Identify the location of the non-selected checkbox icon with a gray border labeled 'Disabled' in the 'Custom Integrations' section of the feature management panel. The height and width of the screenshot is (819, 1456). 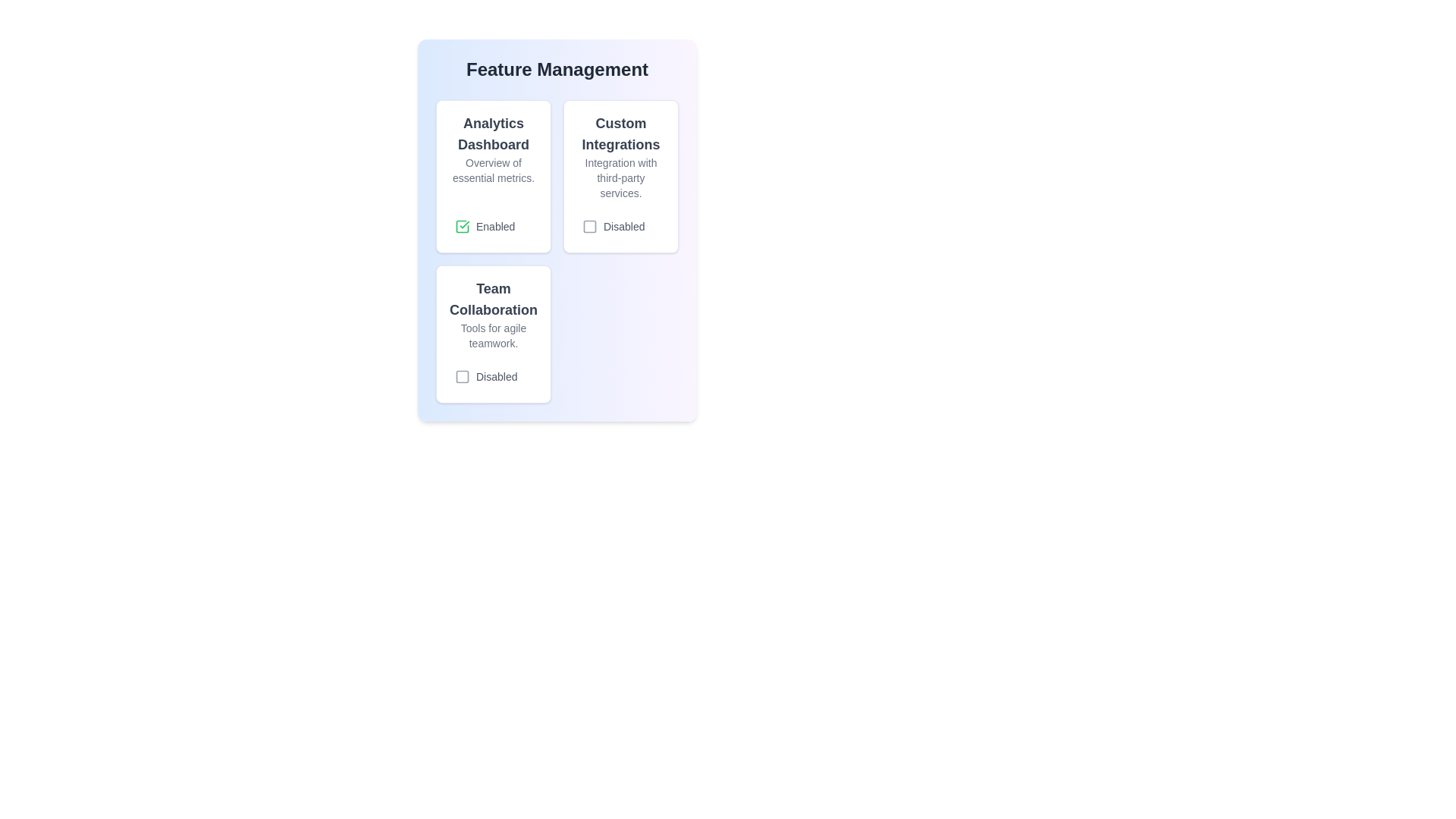
(588, 227).